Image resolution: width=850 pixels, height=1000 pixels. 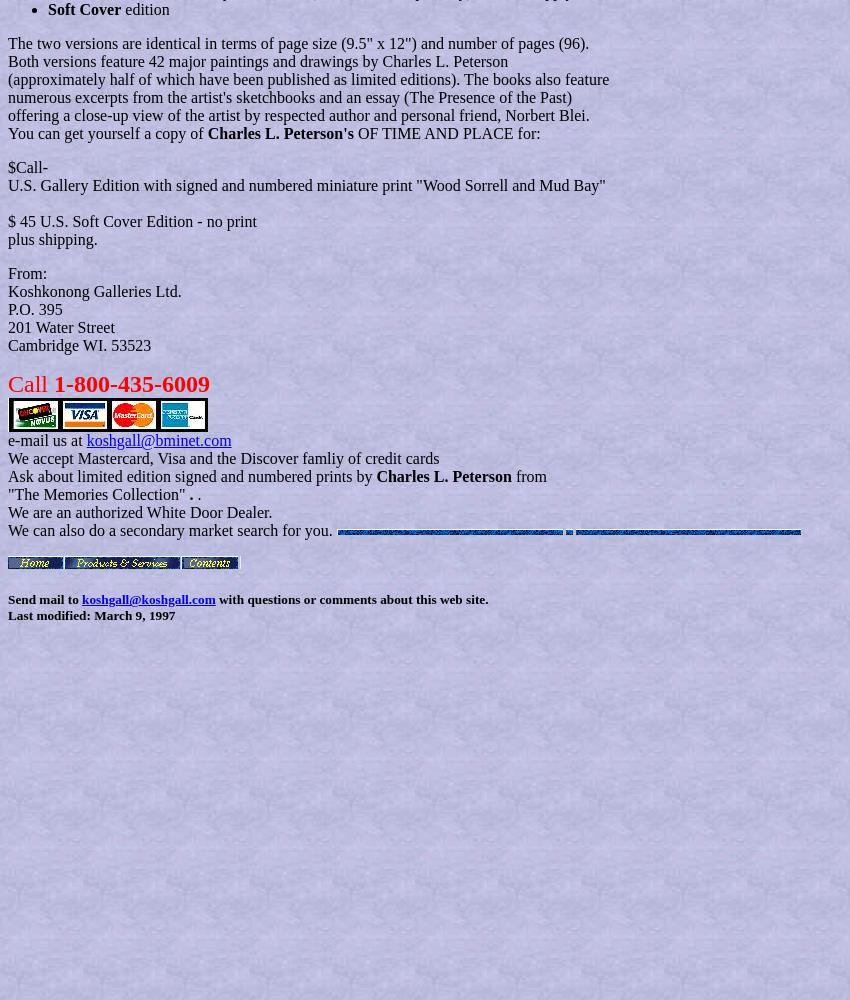 What do you see at coordinates (6, 114) in the screenshot?
I see `'offering a close-up view of the artist by respected author and
personal friend, Norbert Blei.'` at bounding box center [6, 114].